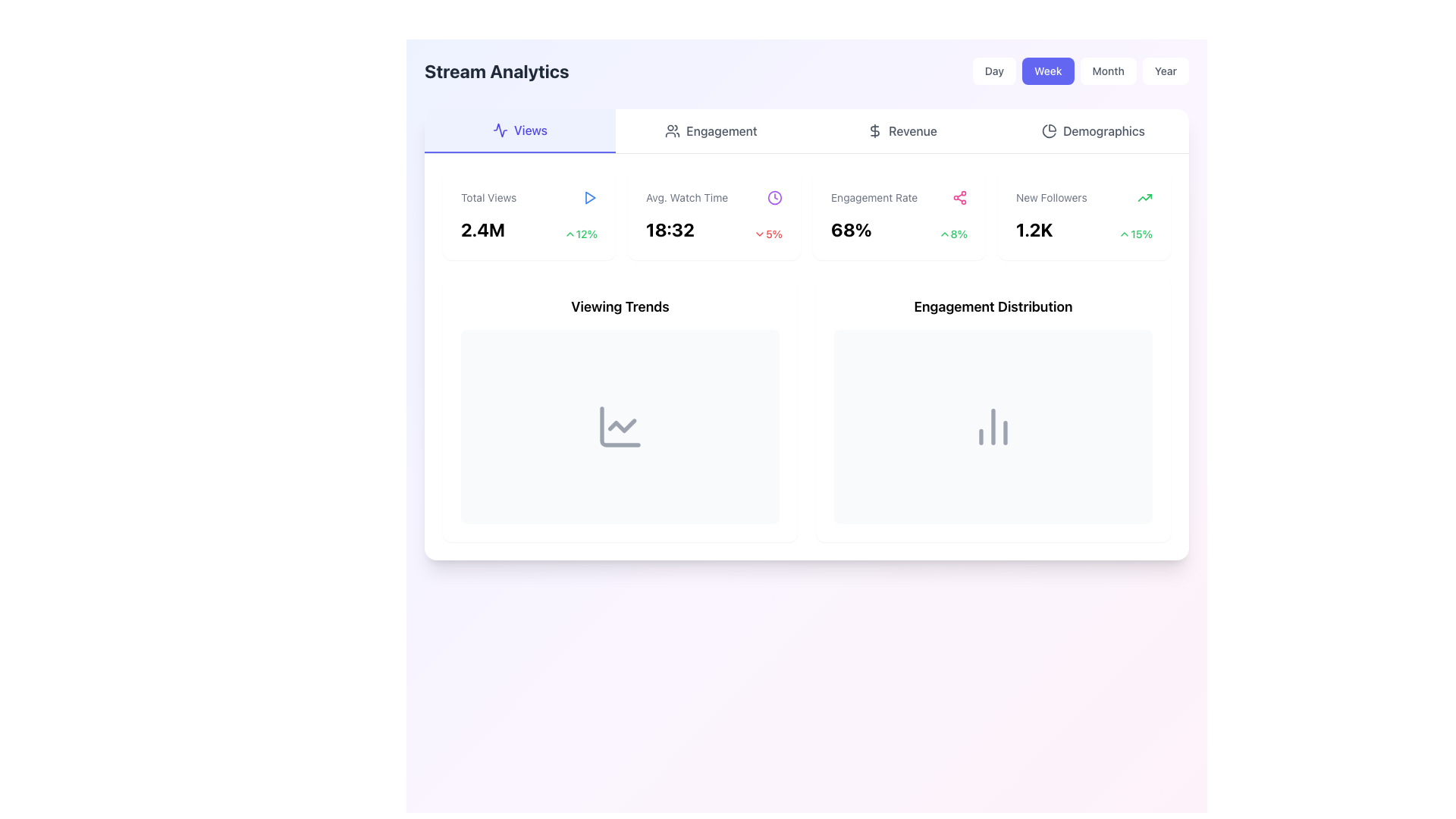 This screenshot has height=819, width=1456. I want to click on the Text label located in the 'Engagement' tab section, which is positioned above the numerical value '68%' and to the left of a sharing symbol icon, so click(874, 197).